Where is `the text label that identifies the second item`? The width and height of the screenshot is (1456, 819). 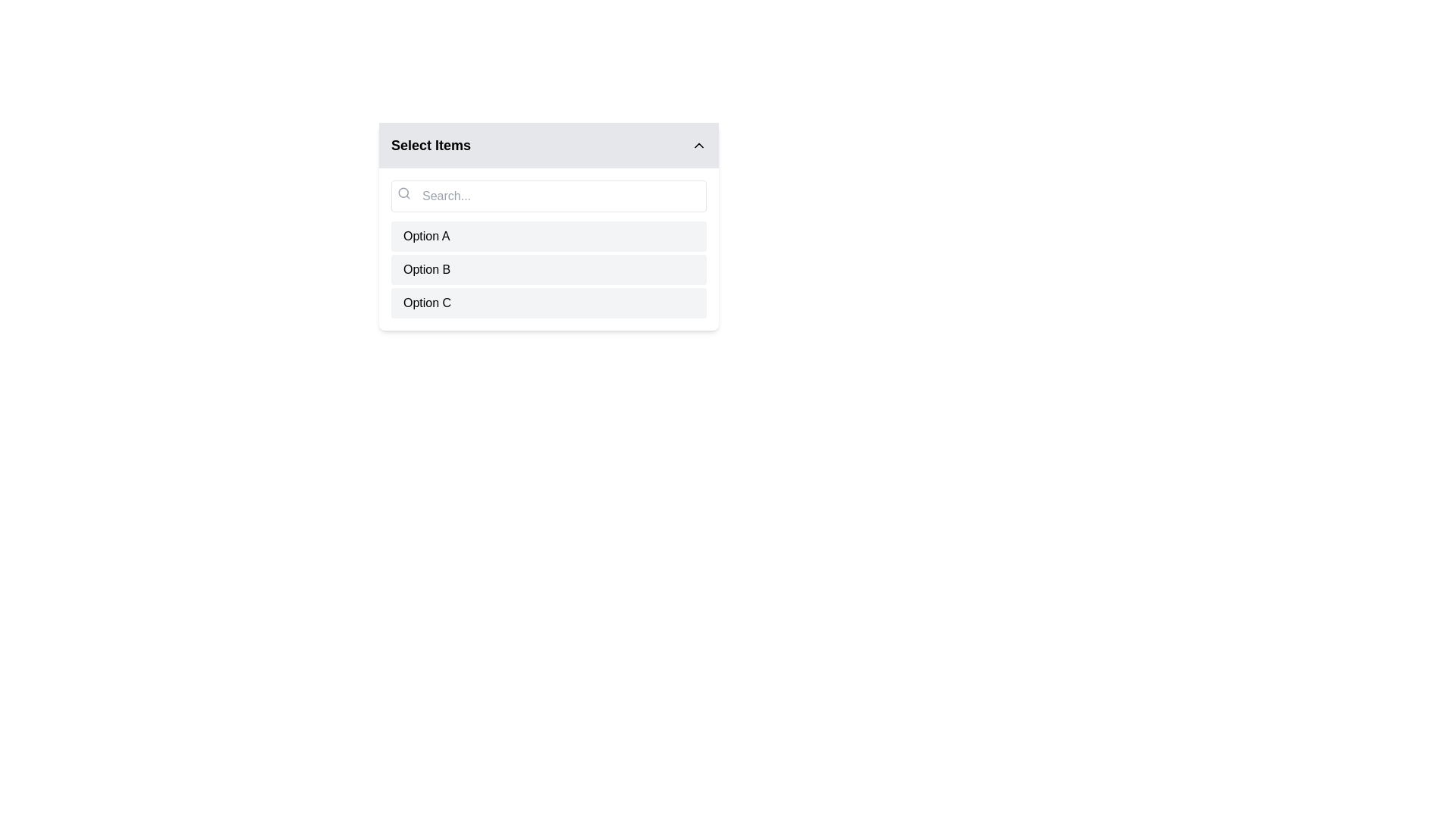 the text label that identifies the second item is located at coordinates (426, 268).